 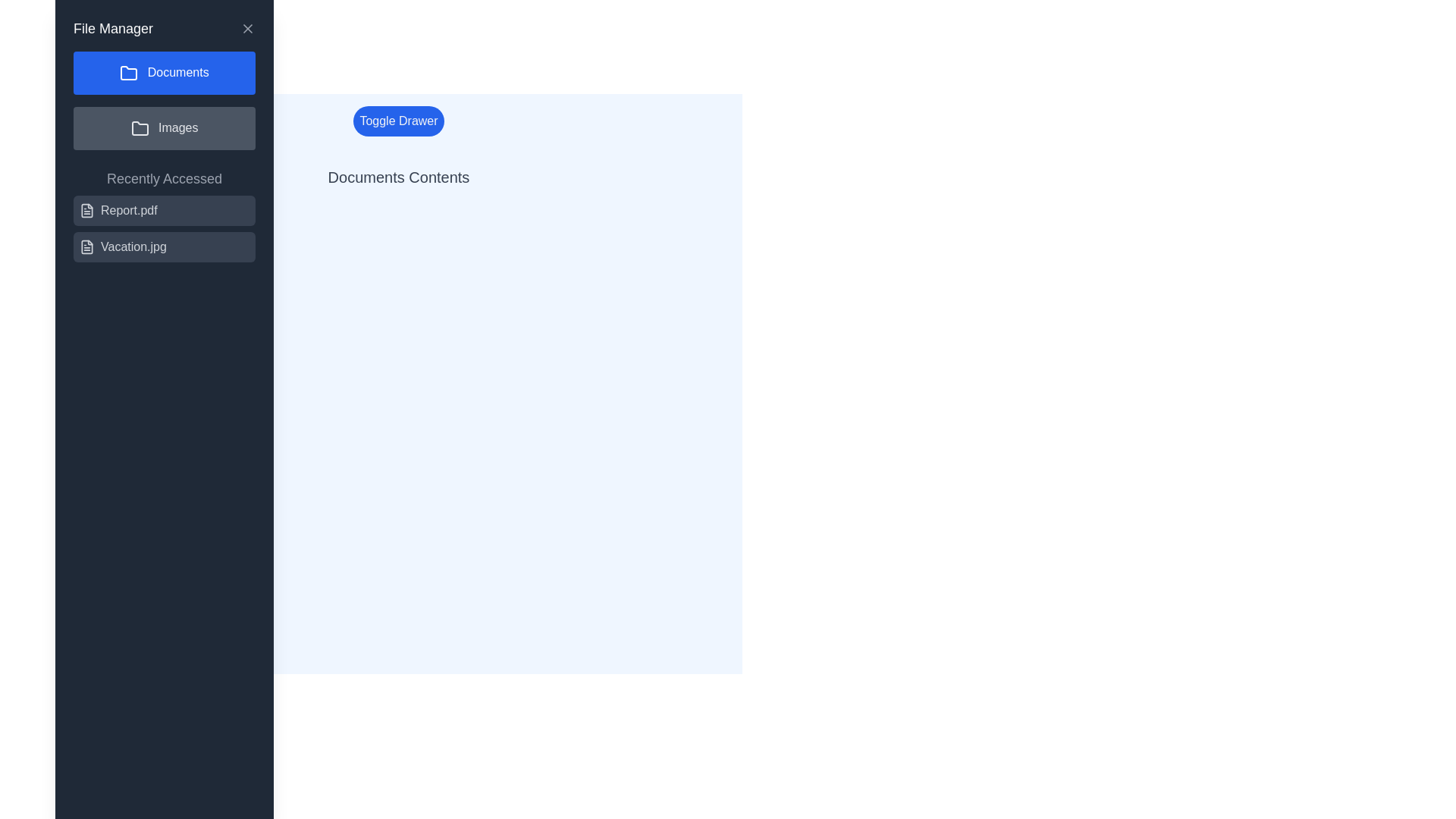 What do you see at coordinates (164, 73) in the screenshot?
I see `the 'Documents' button, which is the first button in the left sidebar of the File Manager, located above the 'Images' button` at bounding box center [164, 73].